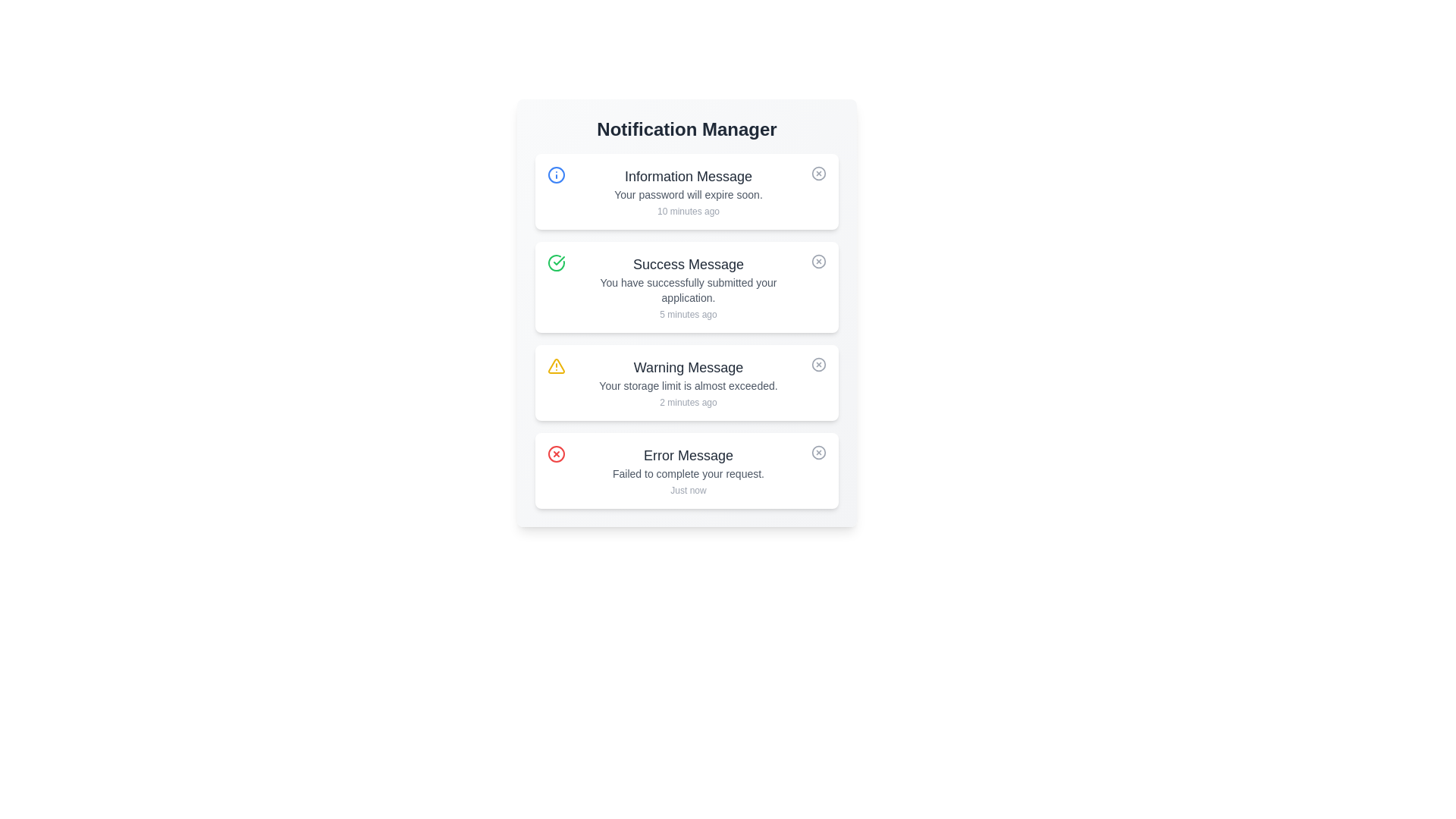  What do you see at coordinates (686, 128) in the screenshot?
I see `prominent static text label displaying 'Notification Manager' located at the top center of the notification list` at bounding box center [686, 128].